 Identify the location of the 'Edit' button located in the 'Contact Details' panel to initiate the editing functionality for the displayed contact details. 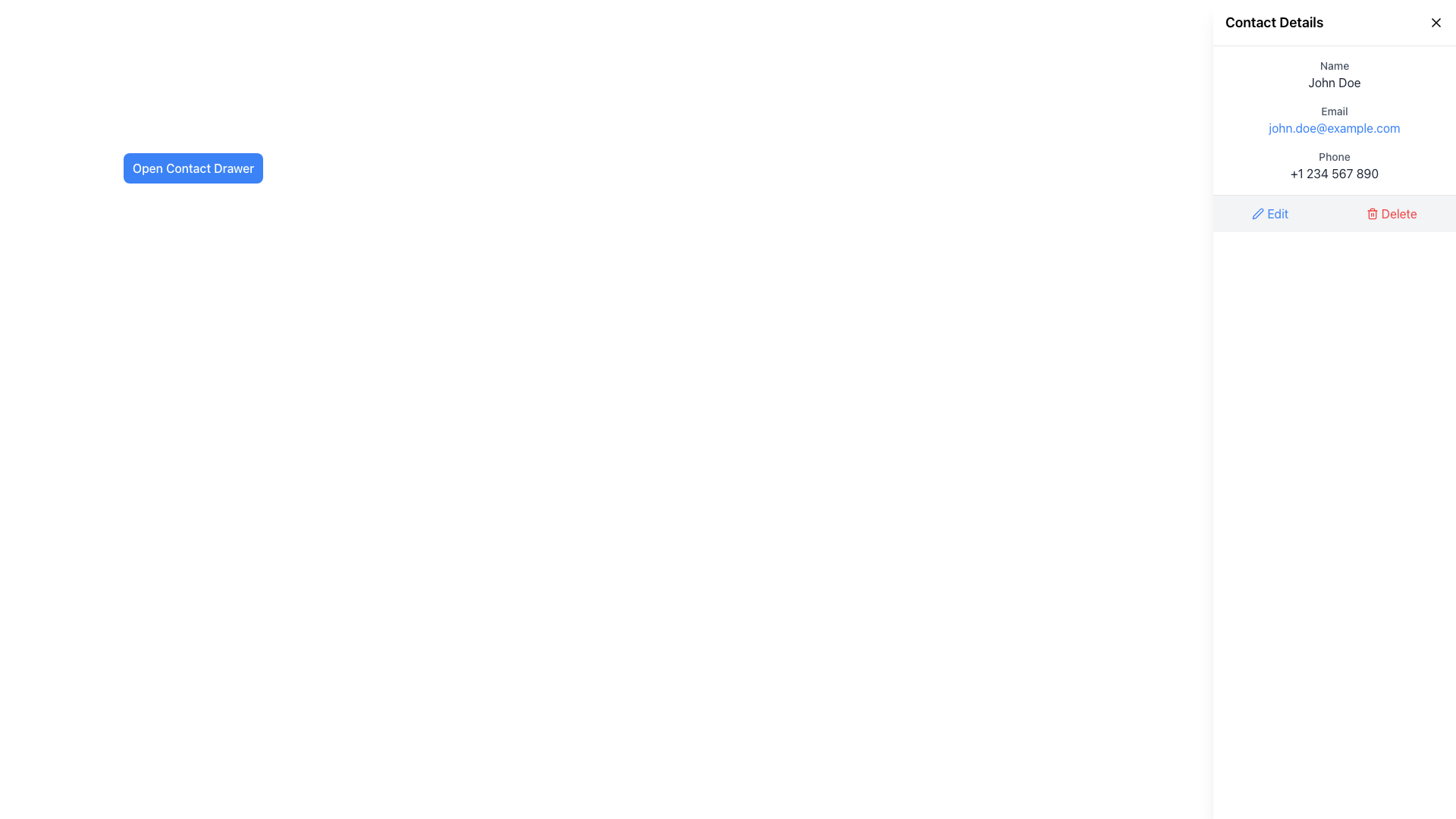
(1270, 213).